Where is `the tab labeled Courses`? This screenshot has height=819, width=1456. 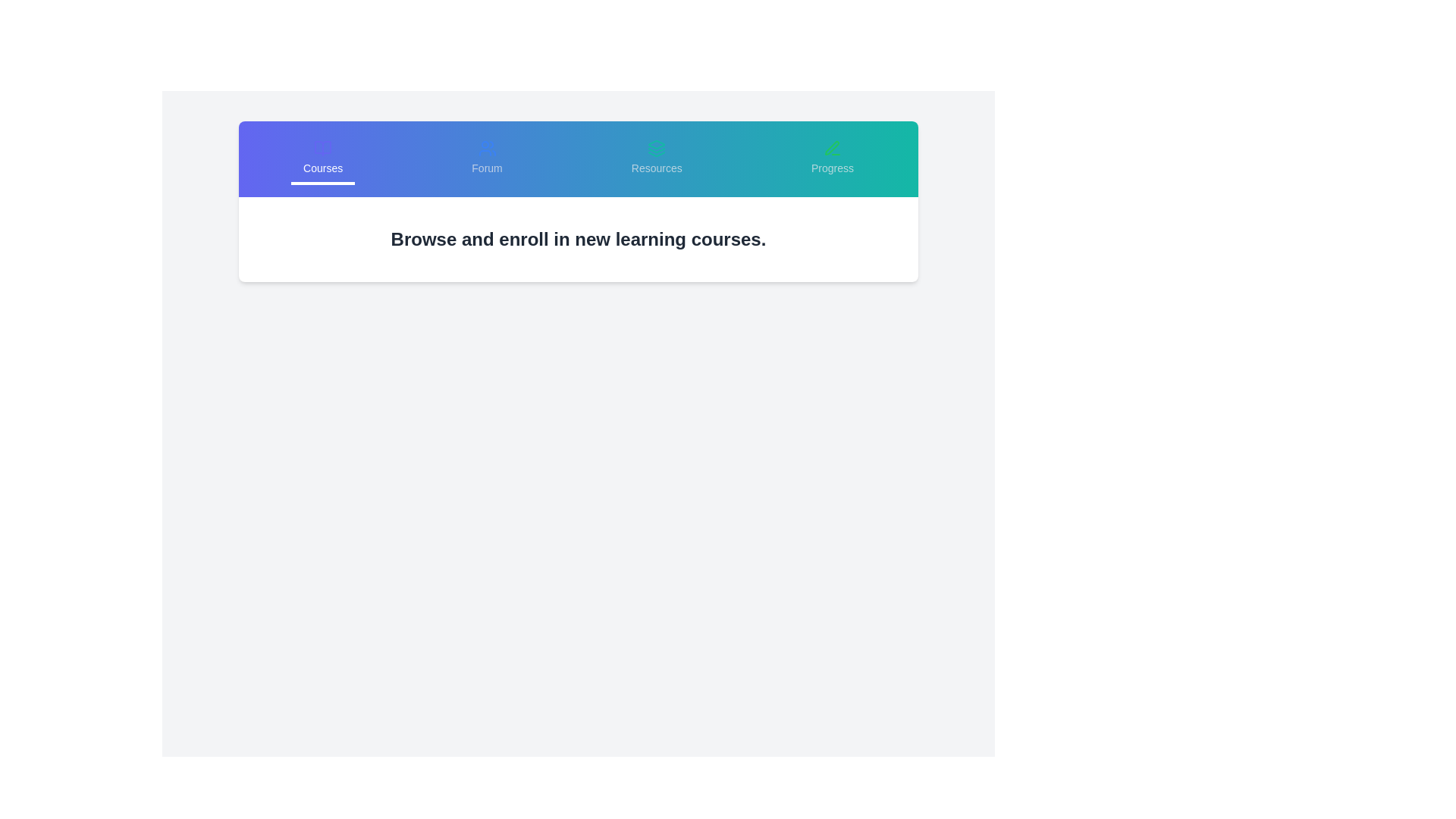
the tab labeled Courses is located at coordinates (322, 158).